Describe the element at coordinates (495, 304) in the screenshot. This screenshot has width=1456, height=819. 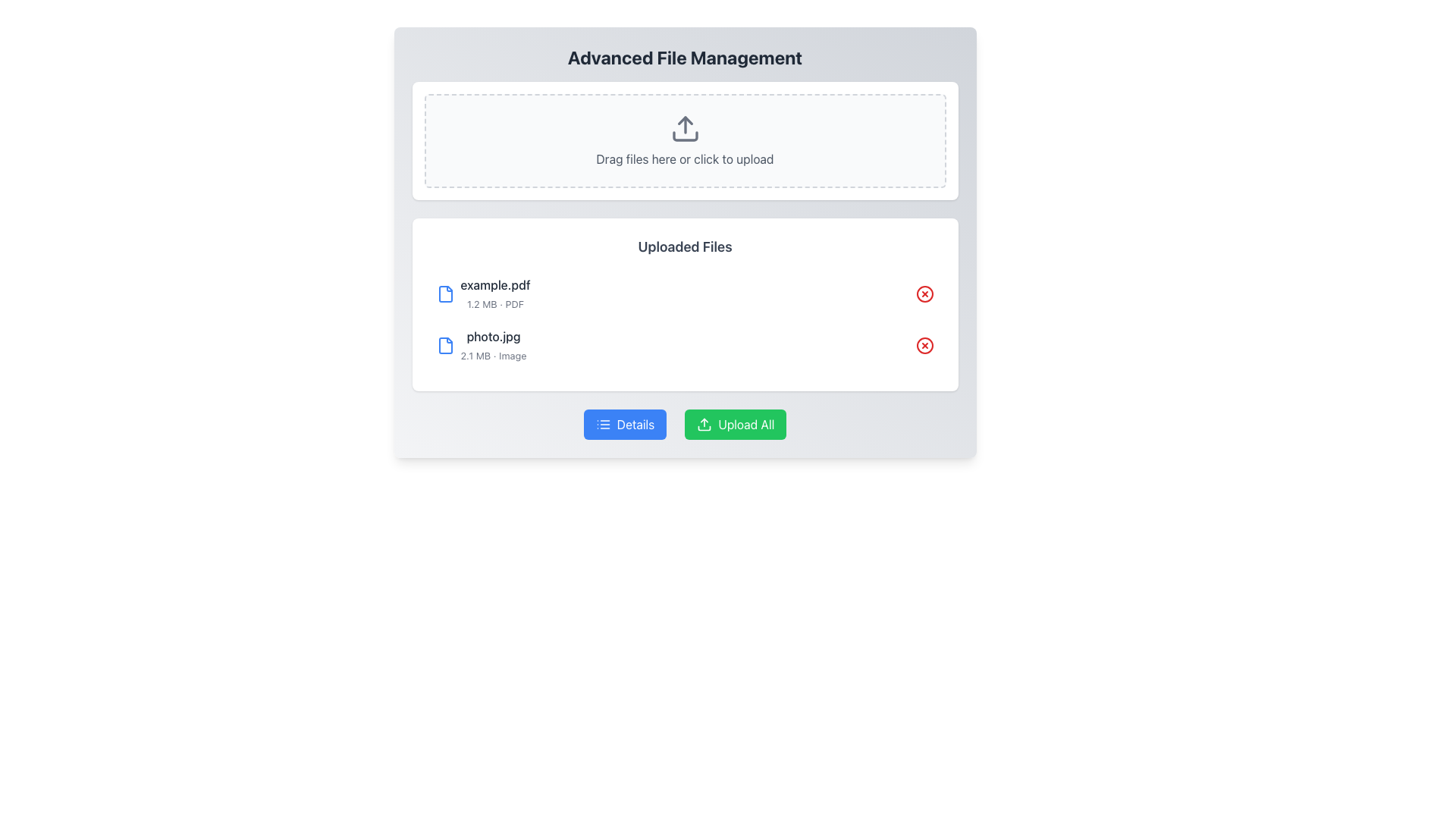
I see `information displayed in the text label showing '1.2 MB · PDF' located below the file name 'example.pdf' in the 'Uploaded Files' section` at that location.